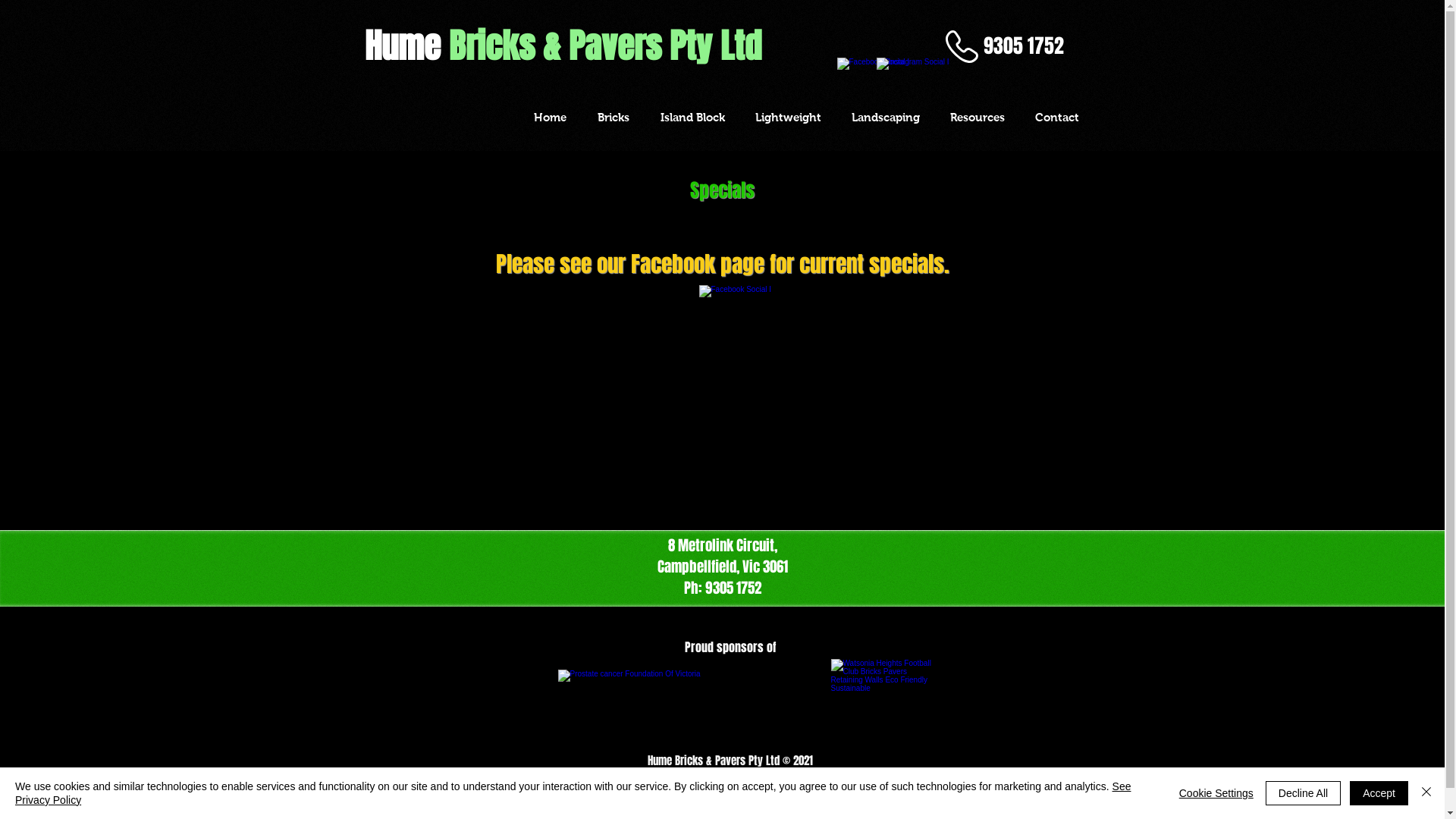 Image resolution: width=1456 pixels, height=819 pixels. Describe the element at coordinates (557, 704) in the screenshot. I see `'Prostate cancer Foundation Of Victoria'` at that location.